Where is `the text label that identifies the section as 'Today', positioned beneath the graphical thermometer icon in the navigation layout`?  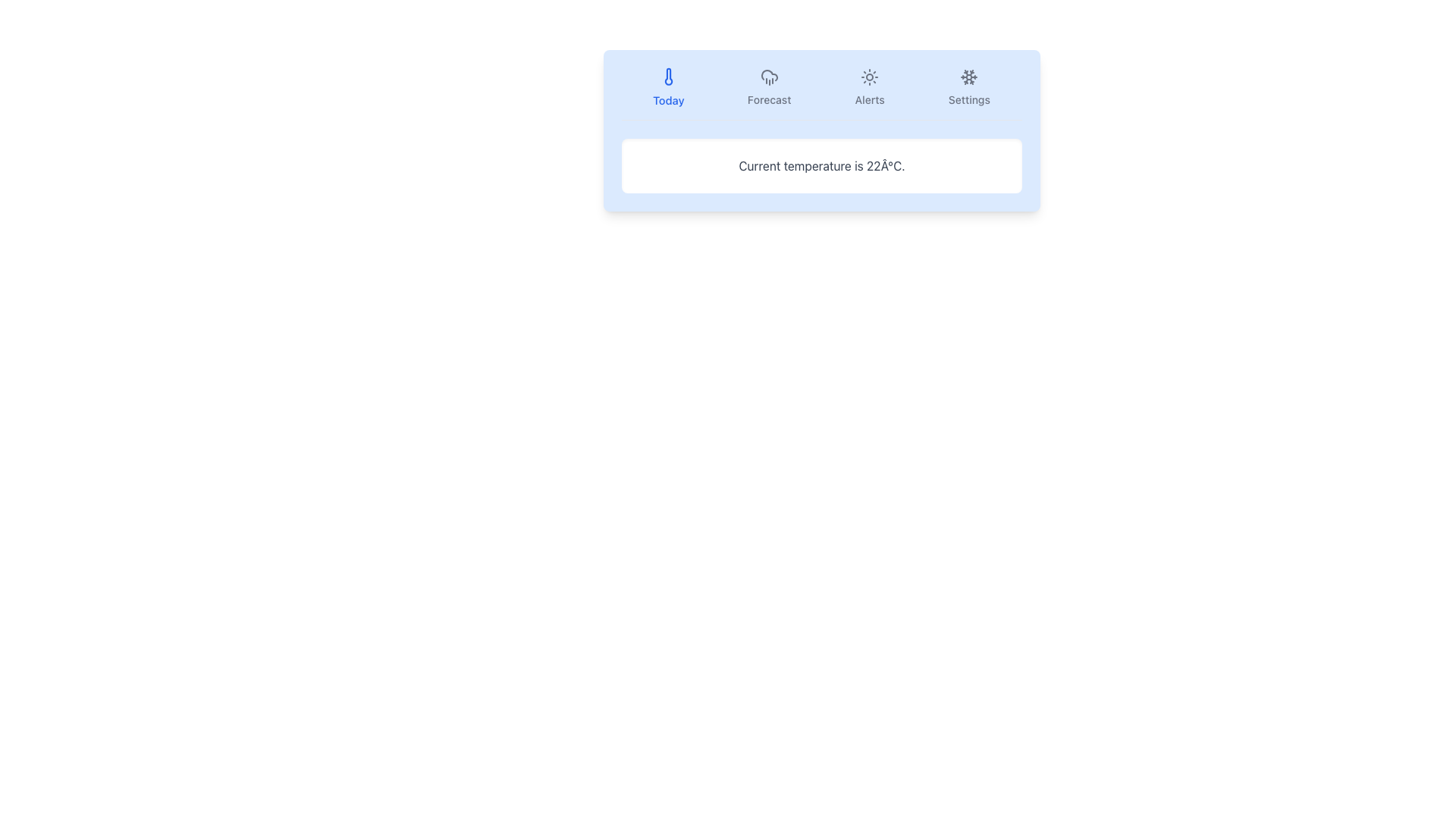 the text label that identifies the section as 'Today', positioned beneath the graphical thermometer icon in the navigation layout is located at coordinates (667, 100).